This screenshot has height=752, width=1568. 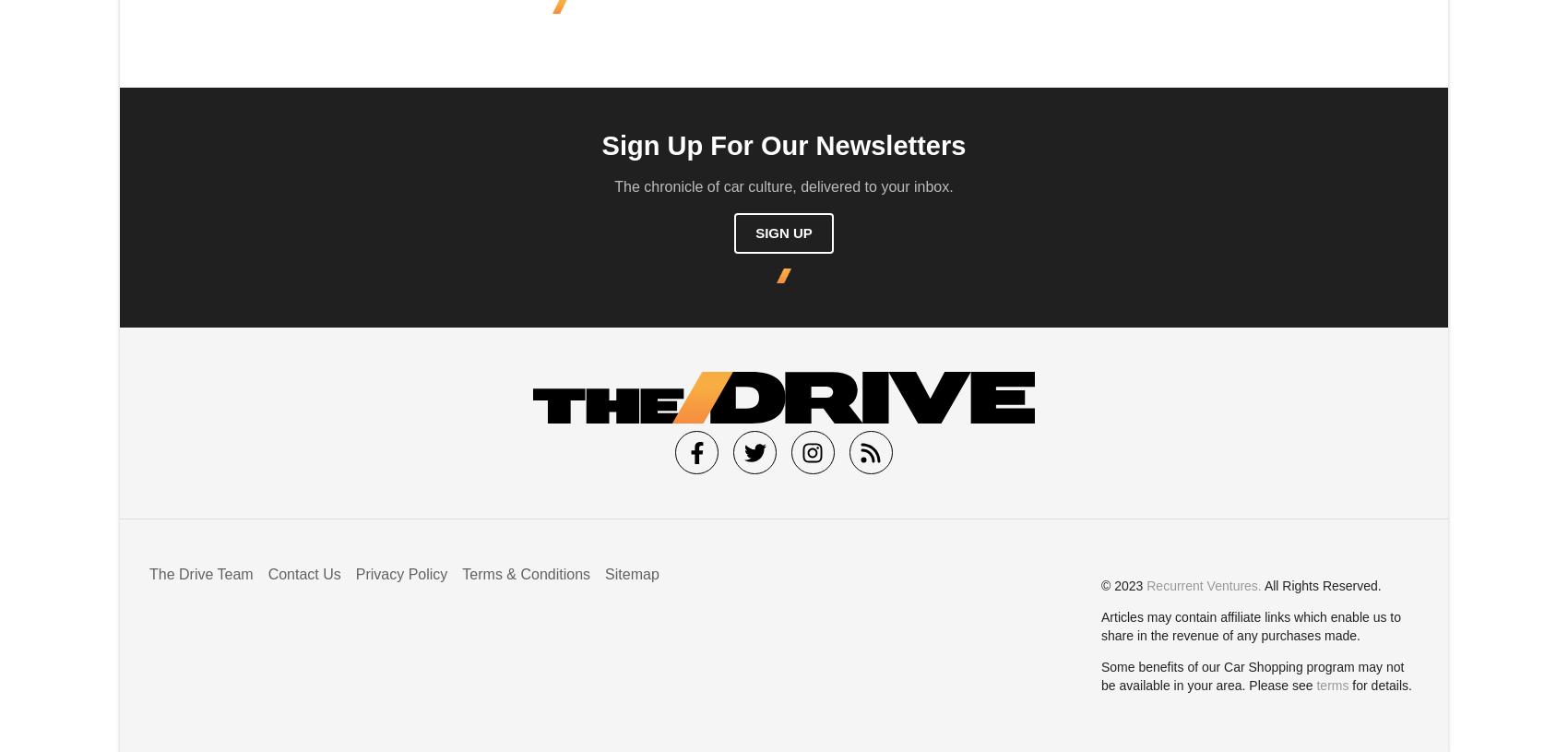 I want to click on 'The Drive Team', so click(x=200, y=573).